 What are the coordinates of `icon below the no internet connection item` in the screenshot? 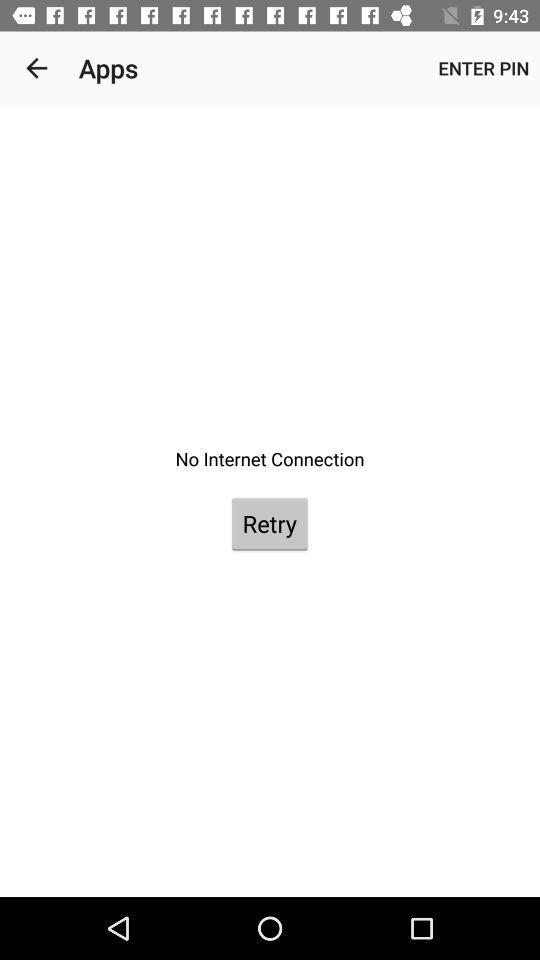 It's located at (269, 522).